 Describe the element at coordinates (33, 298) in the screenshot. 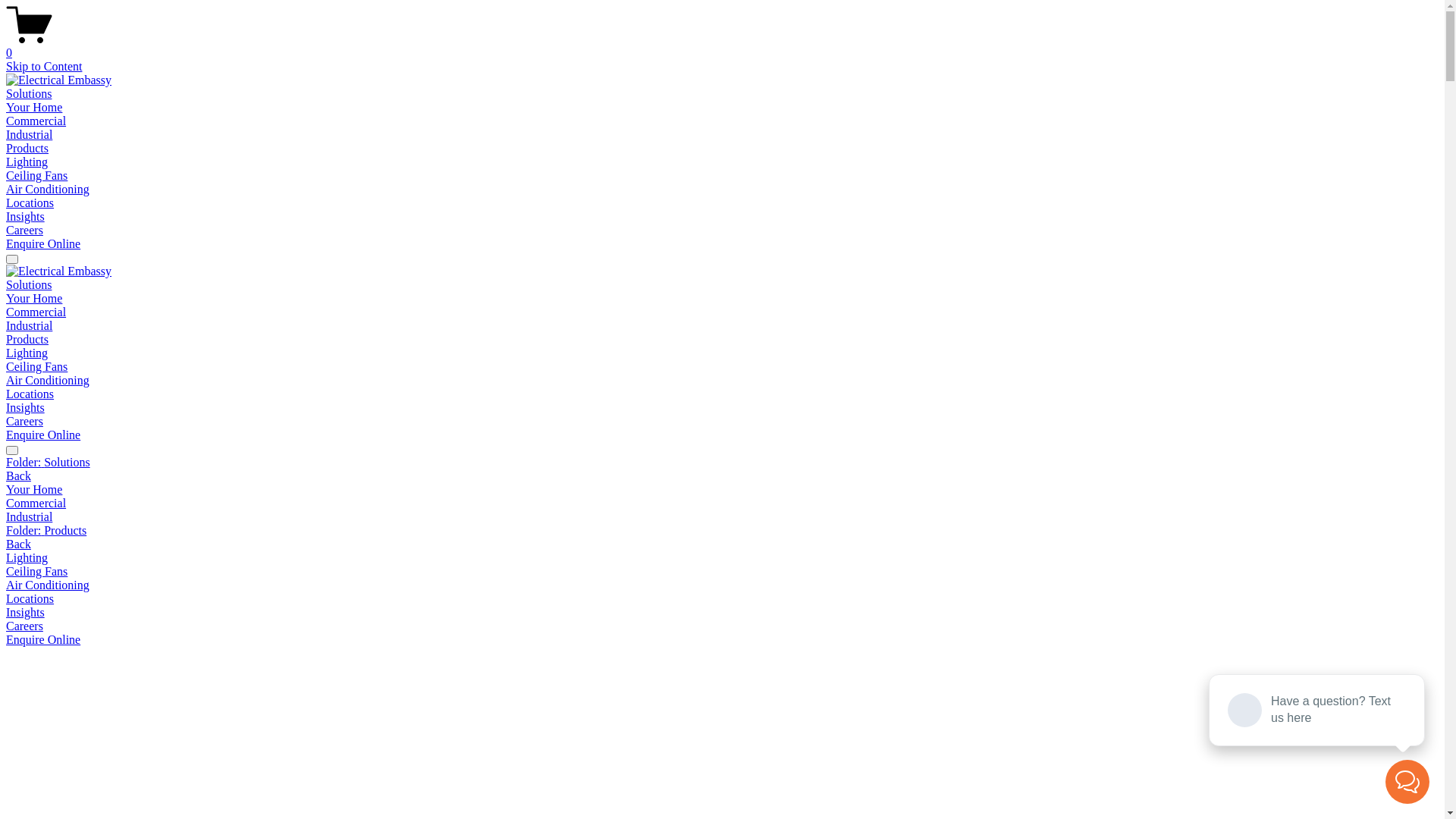

I see `'Your Home'` at that location.